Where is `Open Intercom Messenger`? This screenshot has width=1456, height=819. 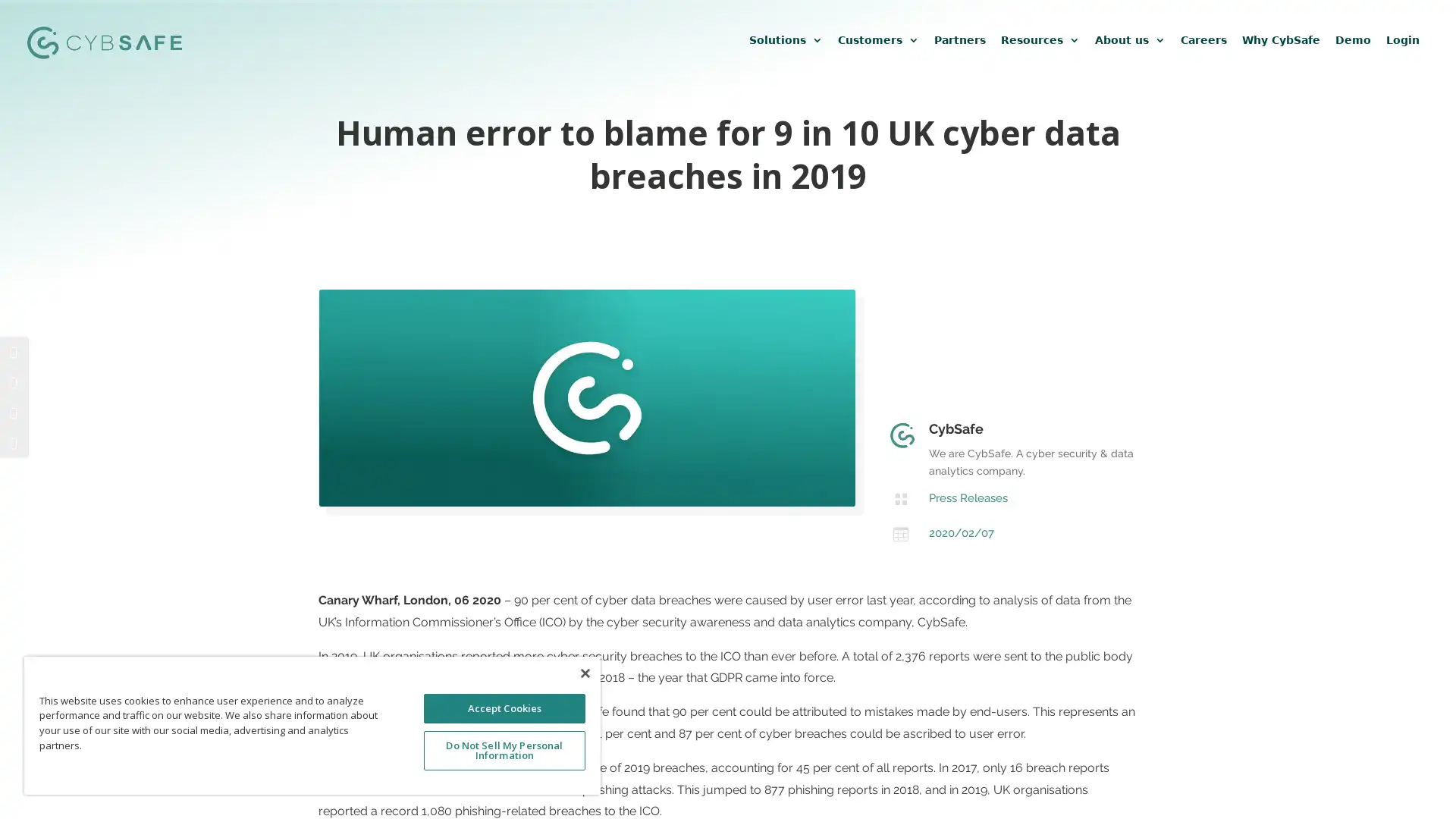 Open Intercom Messenger is located at coordinates (1417, 780).